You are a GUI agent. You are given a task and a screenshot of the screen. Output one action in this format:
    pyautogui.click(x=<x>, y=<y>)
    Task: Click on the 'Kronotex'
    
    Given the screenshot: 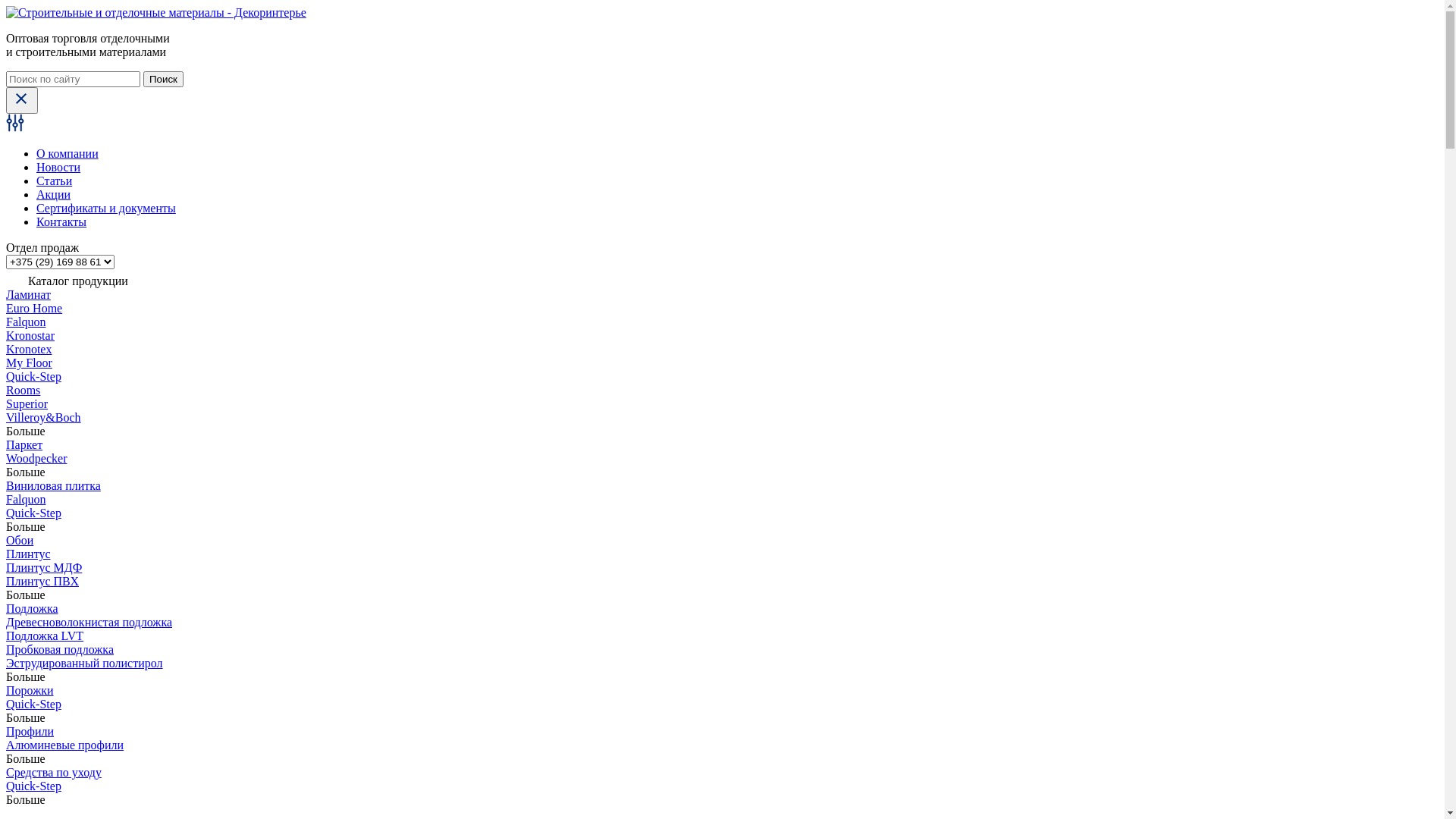 What is the action you would take?
    pyautogui.click(x=29, y=349)
    